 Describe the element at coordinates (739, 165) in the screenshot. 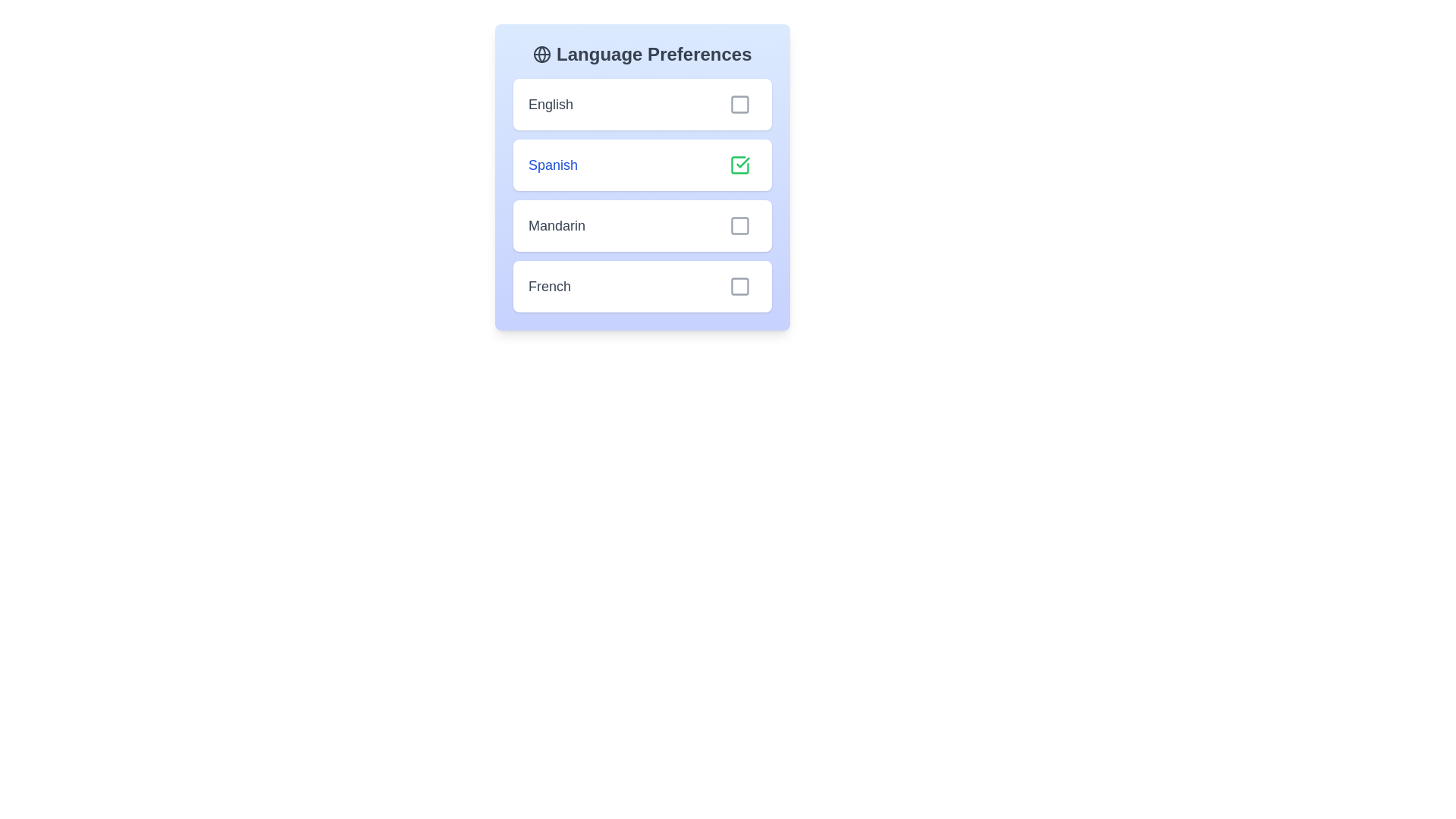

I see `the checkbox with a green checkmark icon located to the right of the 'Spanish' text` at that location.